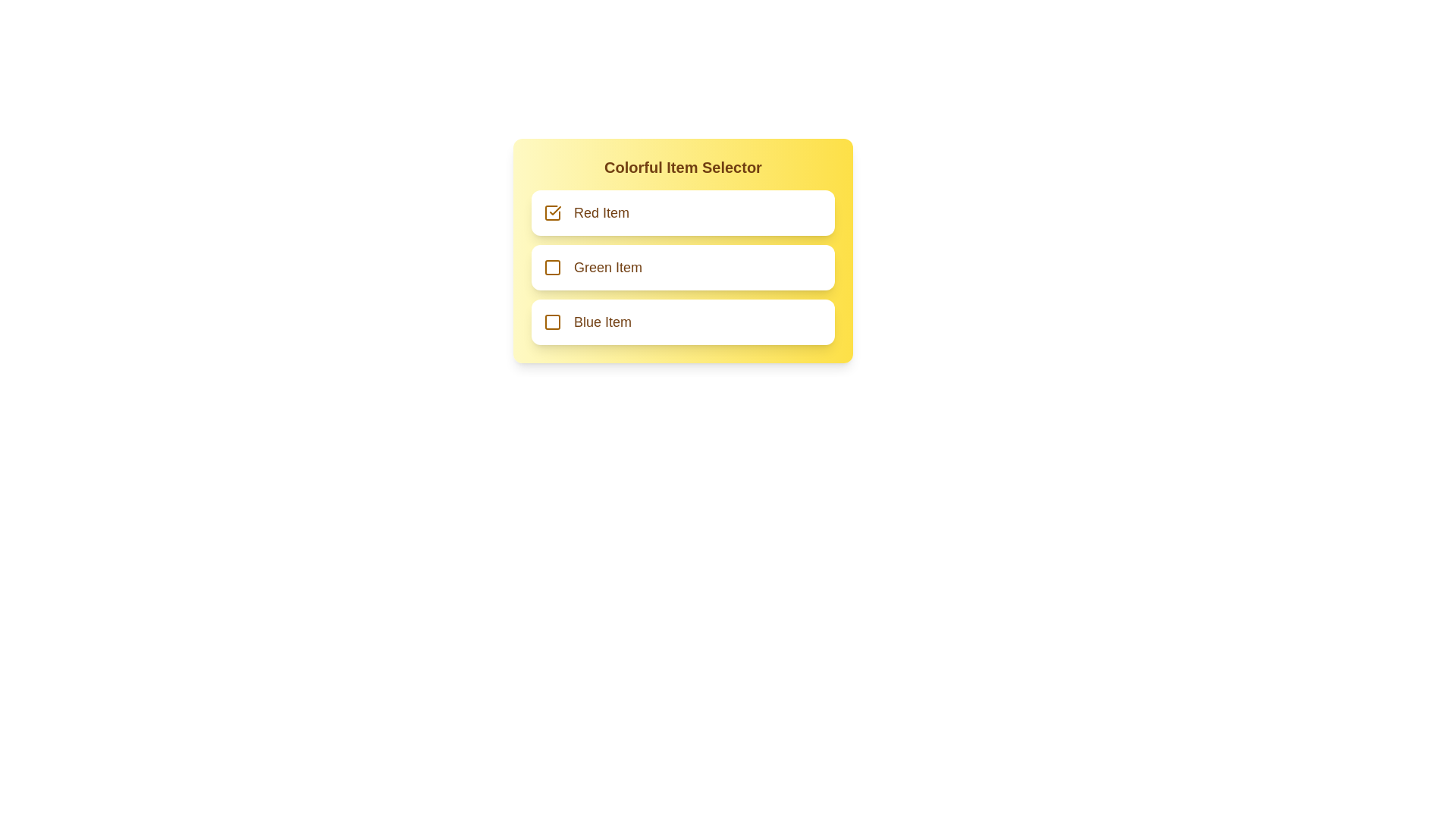 The image size is (1456, 819). Describe the element at coordinates (552, 213) in the screenshot. I see `the checkbox for the 'Red Item' to toggle its state` at that location.